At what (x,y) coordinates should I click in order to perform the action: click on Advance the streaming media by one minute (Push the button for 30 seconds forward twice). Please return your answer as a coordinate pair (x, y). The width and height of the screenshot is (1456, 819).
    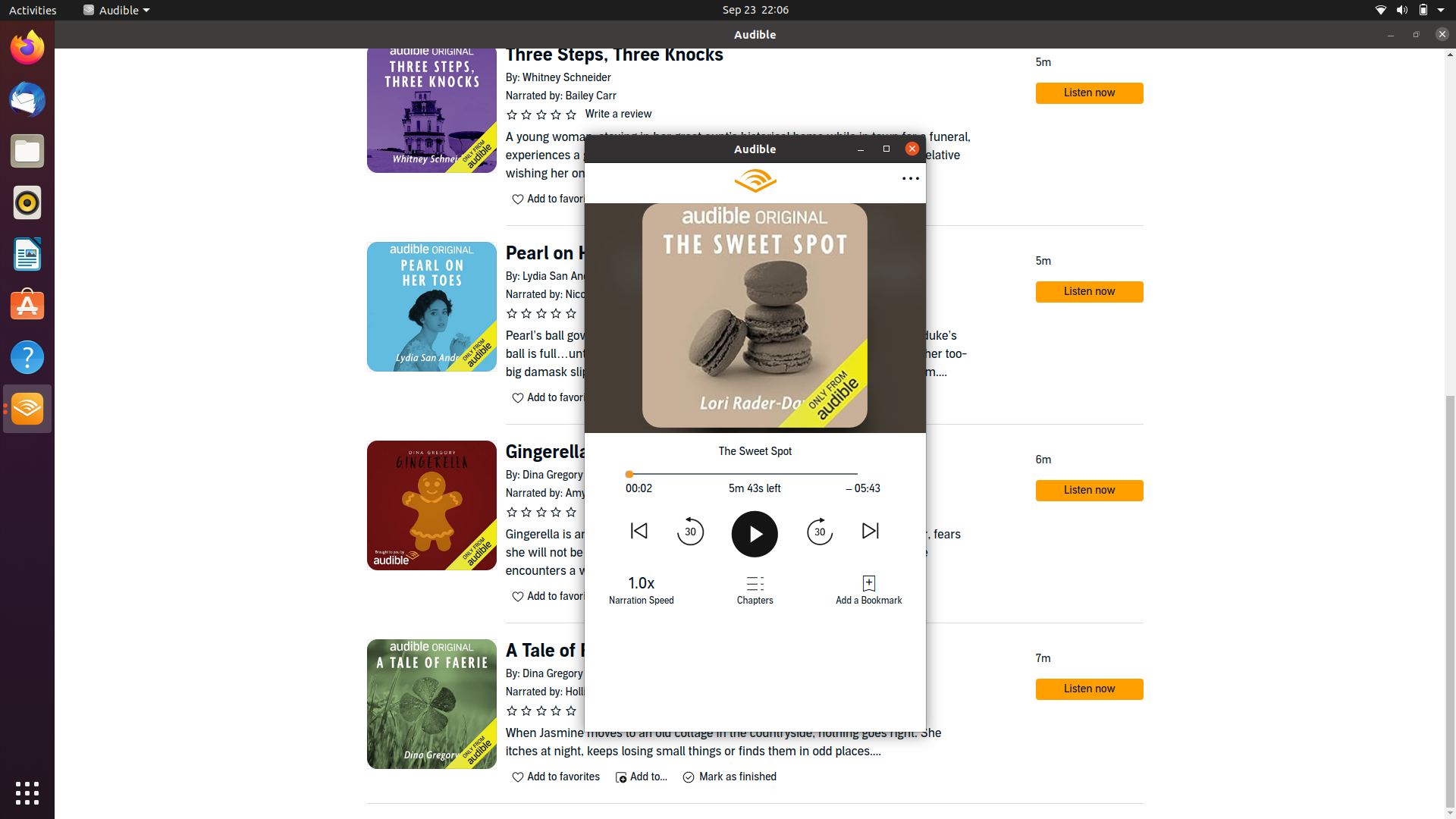
    Looking at the image, I should click on (818, 529).